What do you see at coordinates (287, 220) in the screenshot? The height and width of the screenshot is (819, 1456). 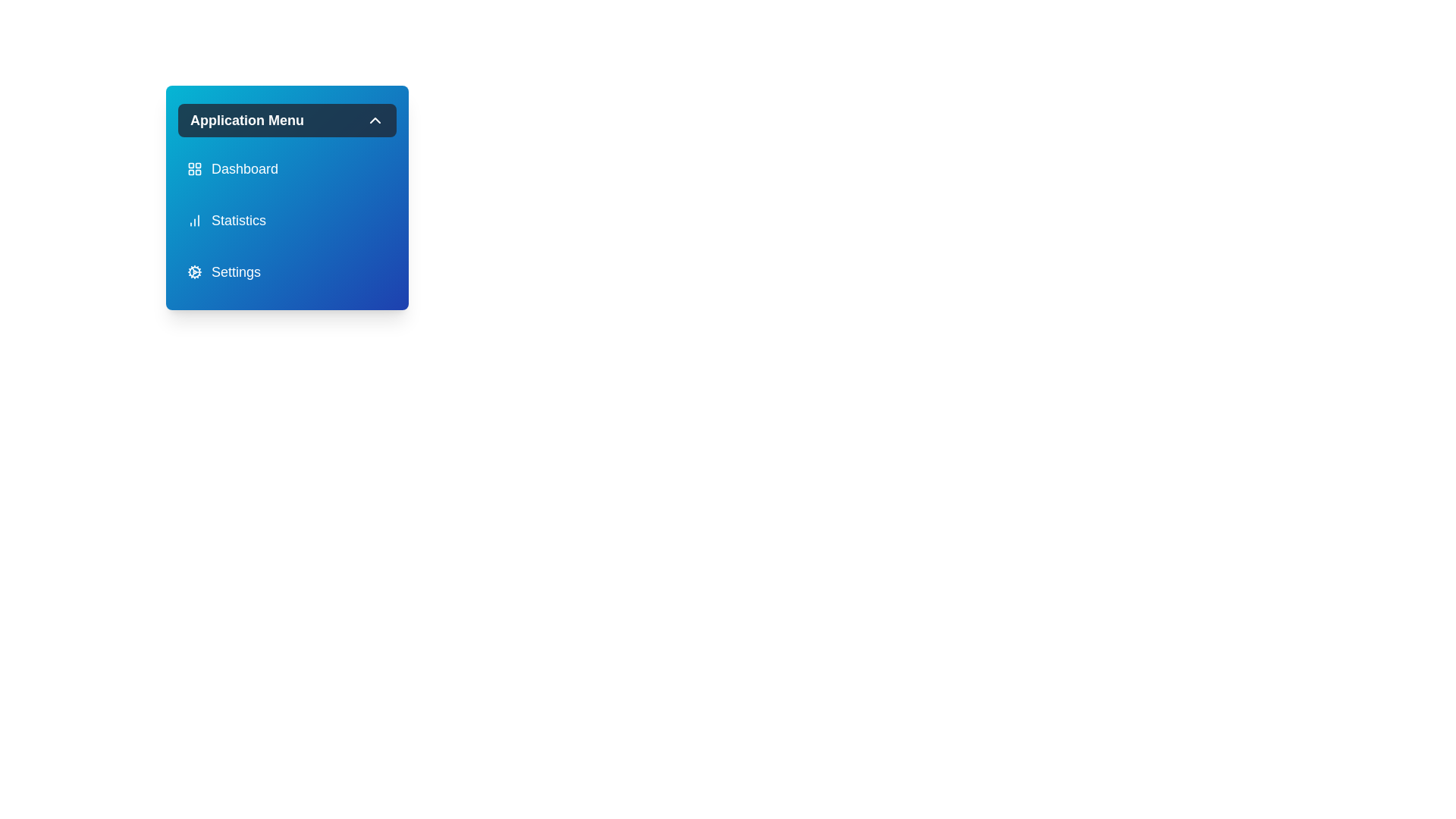 I see `the menu item labeled Statistics to select it` at bounding box center [287, 220].